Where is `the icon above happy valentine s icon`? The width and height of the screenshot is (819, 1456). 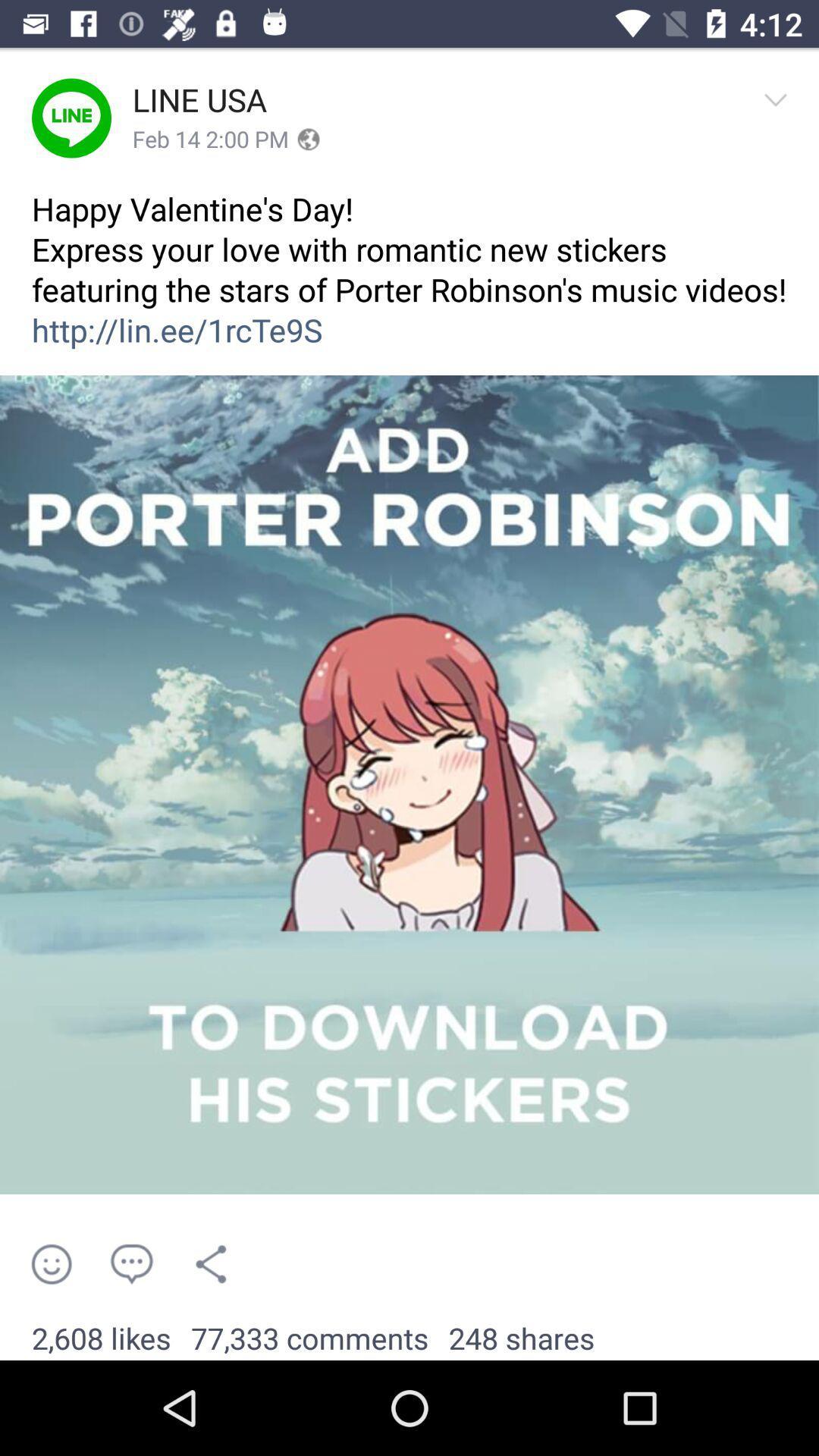 the icon above happy valentine s icon is located at coordinates (210, 140).